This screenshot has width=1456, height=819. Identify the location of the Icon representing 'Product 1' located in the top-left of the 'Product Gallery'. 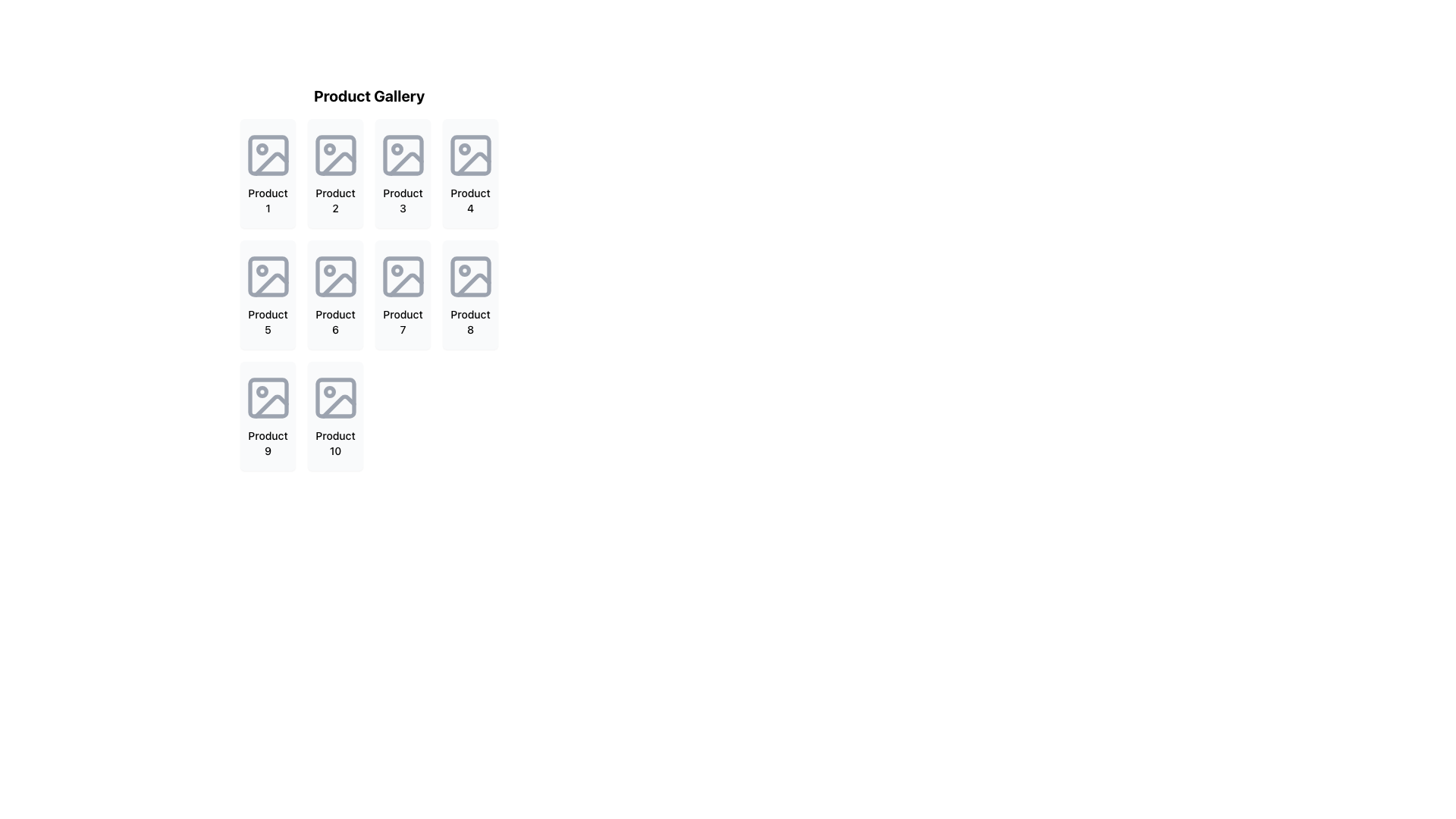
(268, 155).